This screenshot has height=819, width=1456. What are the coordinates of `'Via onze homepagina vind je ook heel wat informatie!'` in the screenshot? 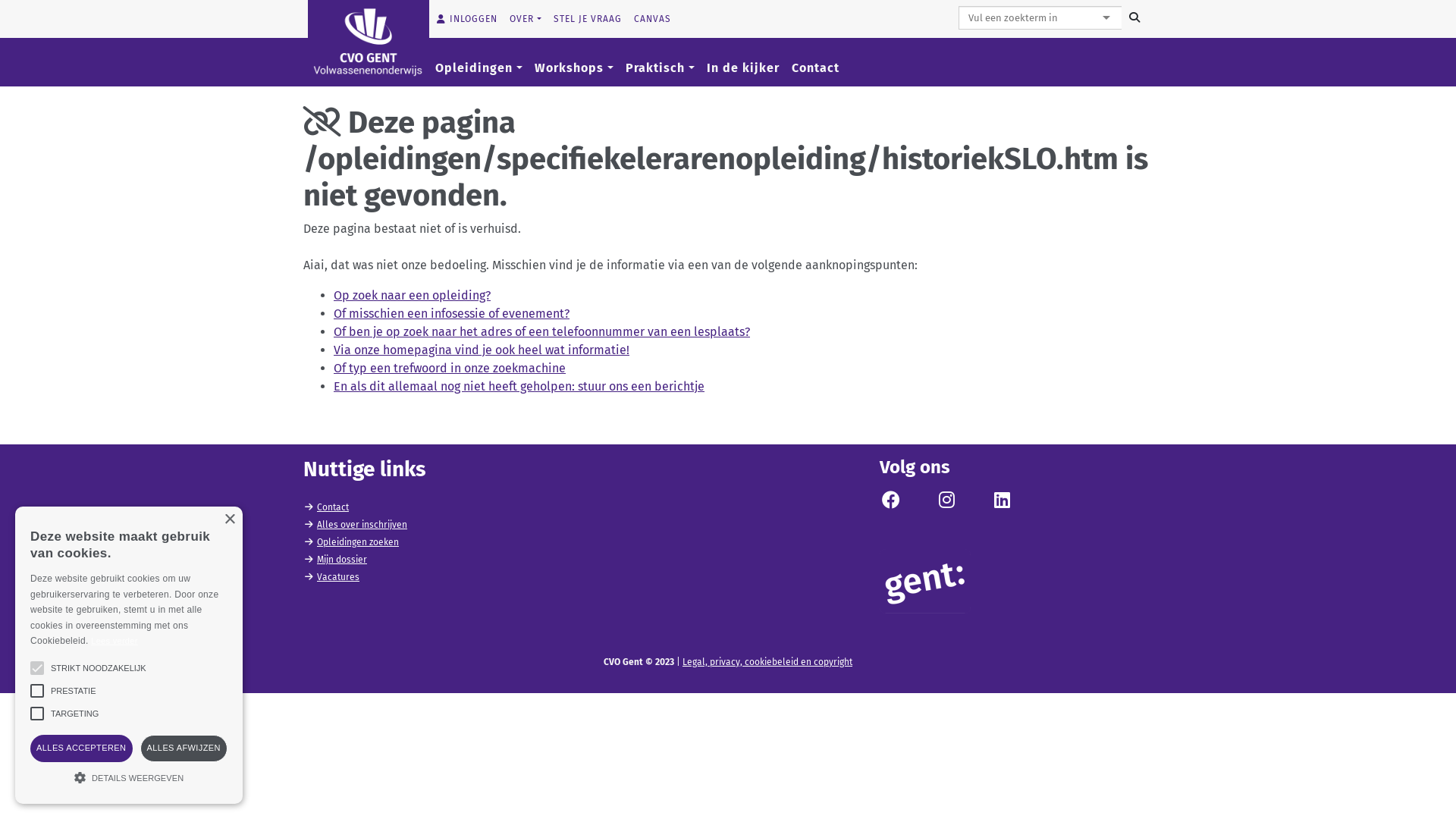 It's located at (480, 350).